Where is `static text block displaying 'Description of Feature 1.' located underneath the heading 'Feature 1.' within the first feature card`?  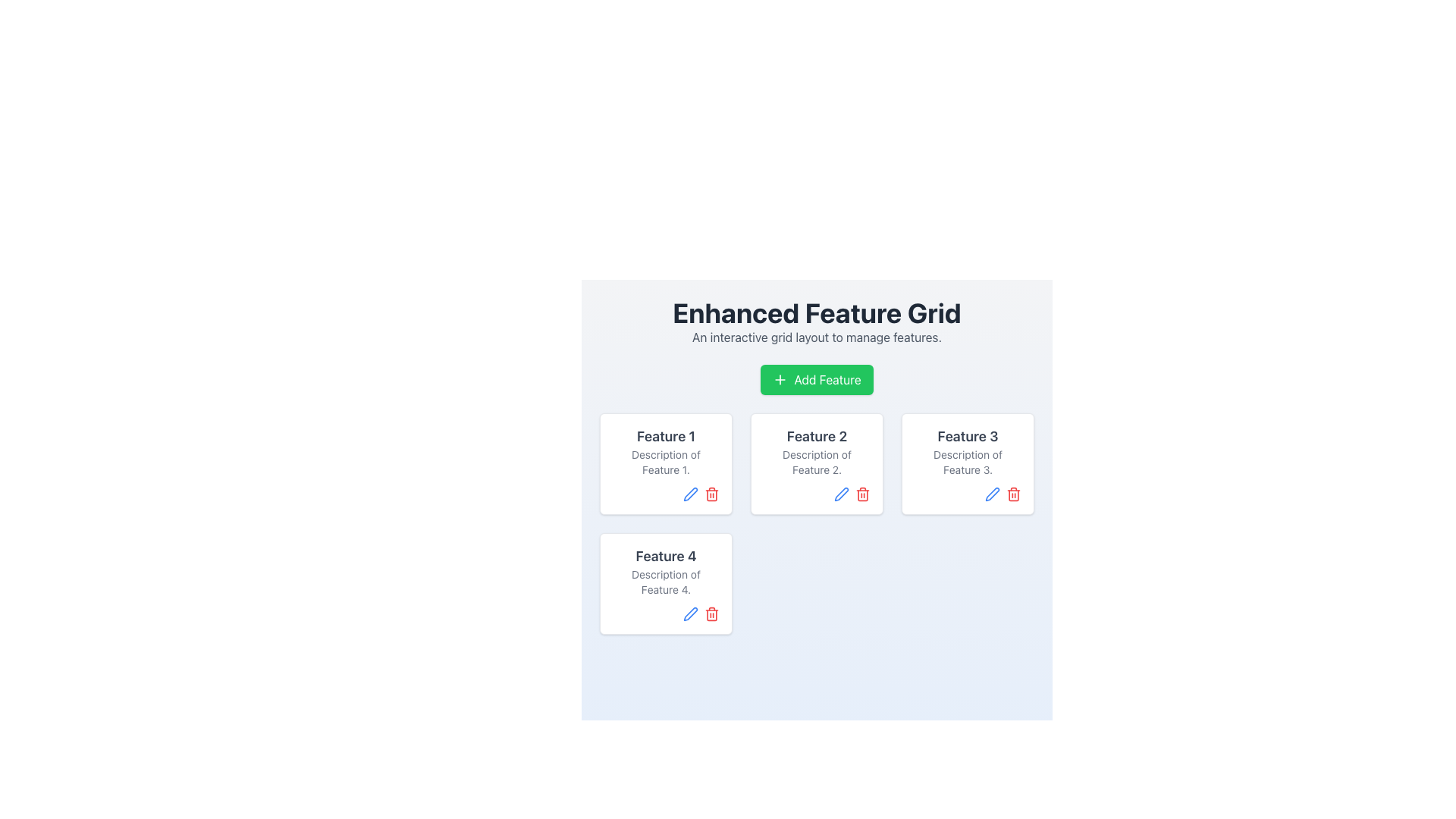 static text block displaying 'Description of Feature 1.' located underneath the heading 'Feature 1.' within the first feature card is located at coordinates (666, 461).